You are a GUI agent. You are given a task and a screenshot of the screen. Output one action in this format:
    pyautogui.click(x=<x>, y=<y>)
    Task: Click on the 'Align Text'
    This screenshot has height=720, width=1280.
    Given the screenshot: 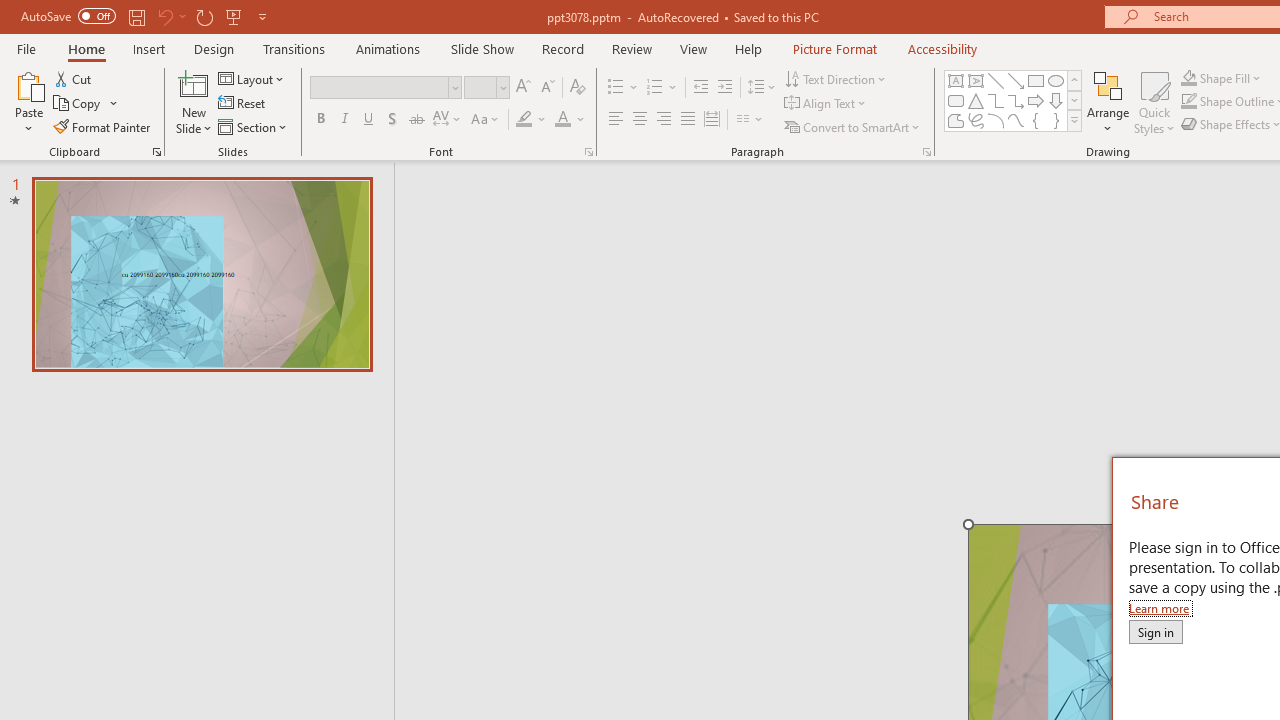 What is the action you would take?
    pyautogui.click(x=826, y=103)
    